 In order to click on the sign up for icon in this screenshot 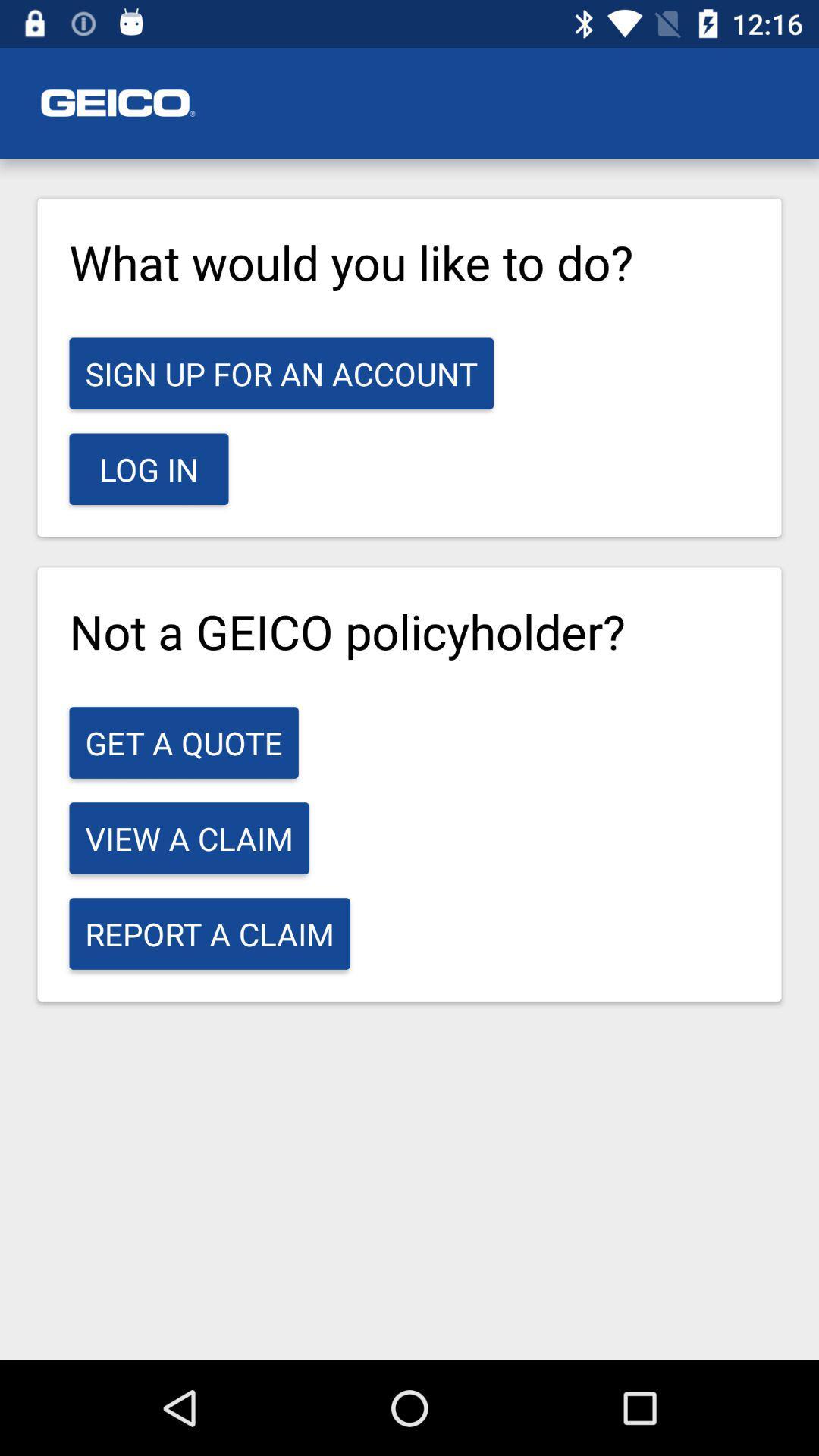, I will do `click(281, 373)`.